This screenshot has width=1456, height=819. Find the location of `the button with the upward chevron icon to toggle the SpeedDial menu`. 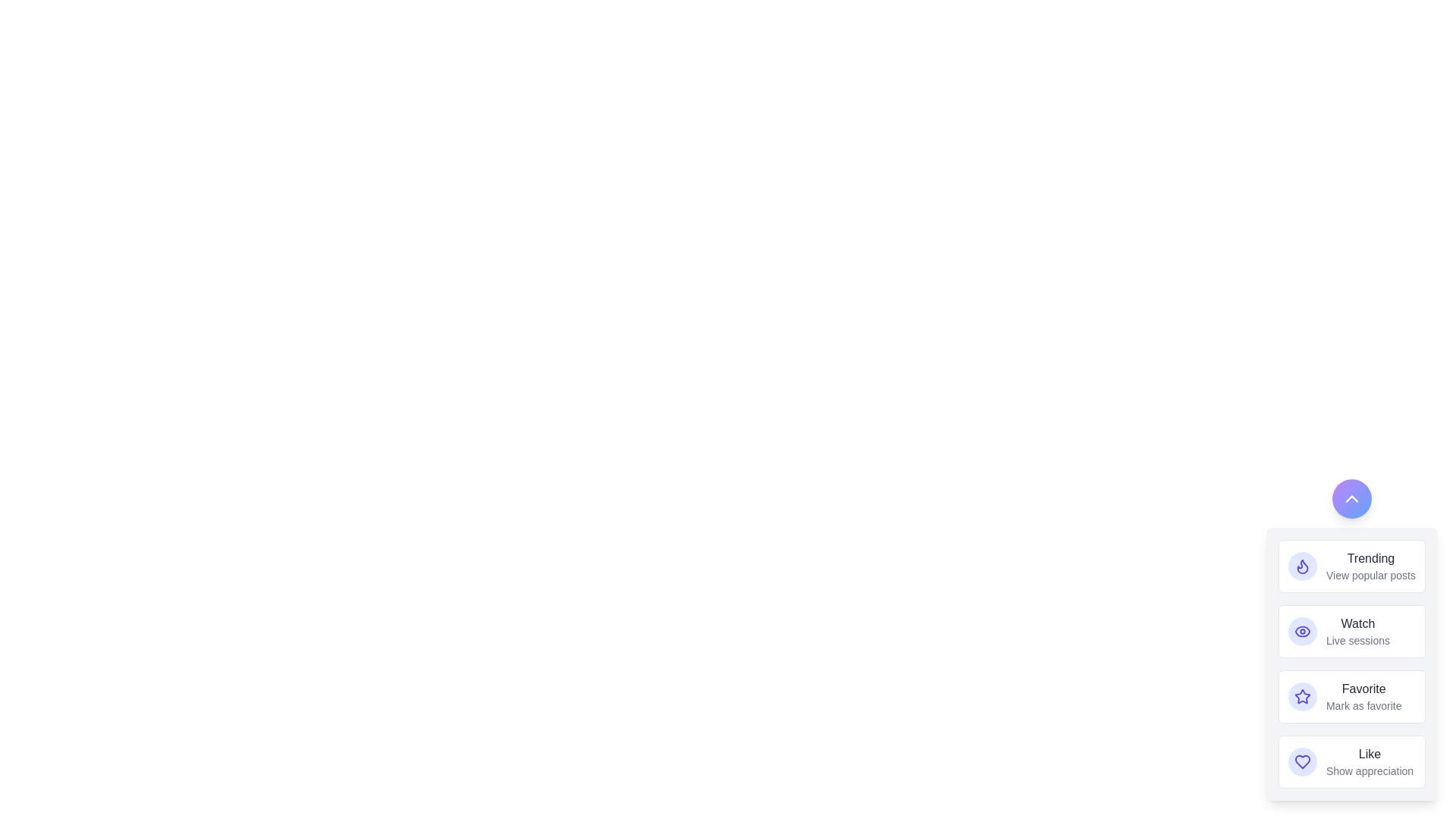

the button with the upward chevron icon to toggle the SpeedDial menu is located at coordinates (1351, 499).